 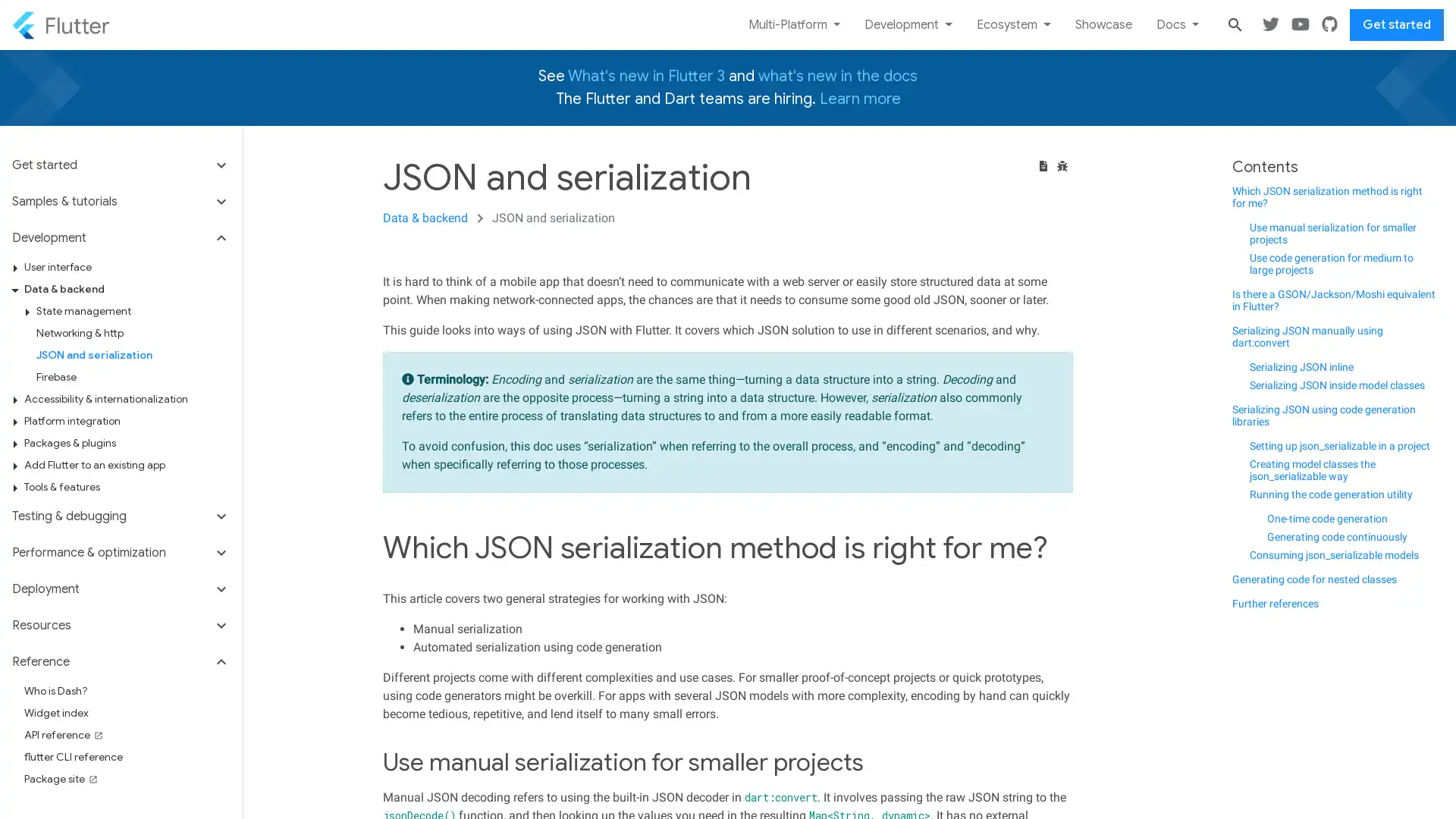 I want to click on Samples & tutorials keyboard_arrow_down, so click(x=120, y=201).